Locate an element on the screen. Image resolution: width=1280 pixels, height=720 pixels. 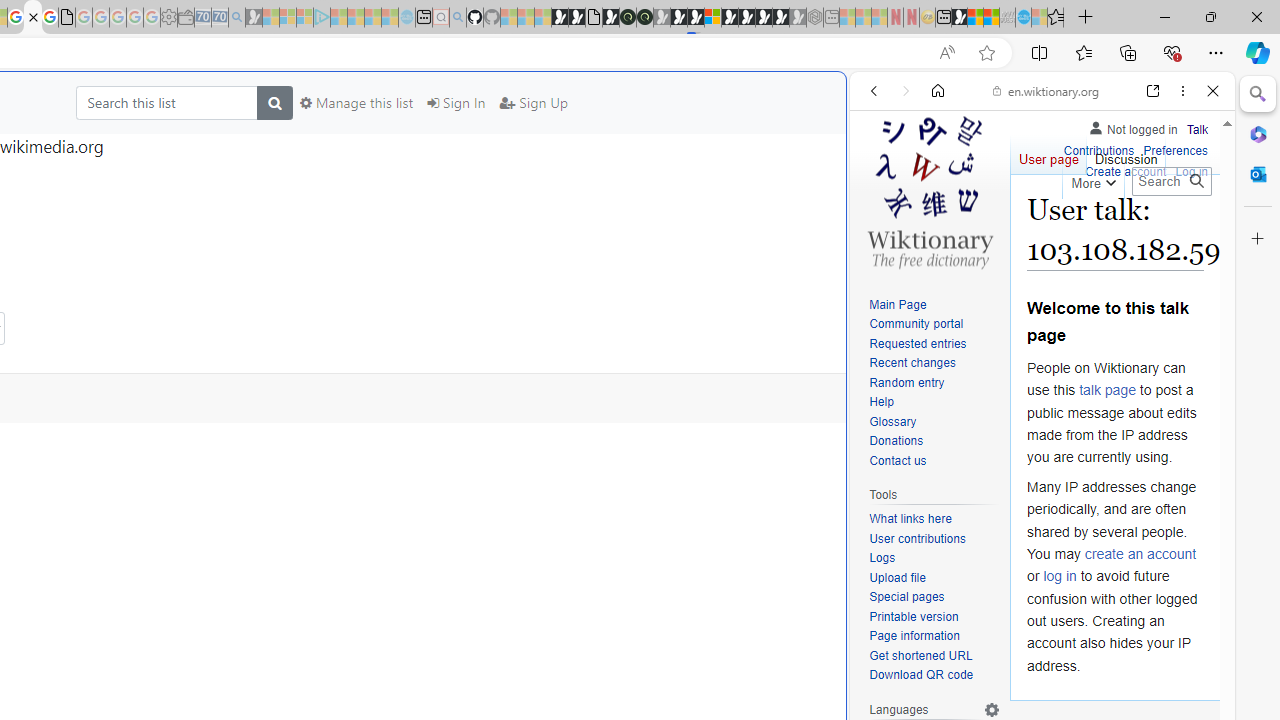
'Discussion' is located at coordinates (1125, 154).